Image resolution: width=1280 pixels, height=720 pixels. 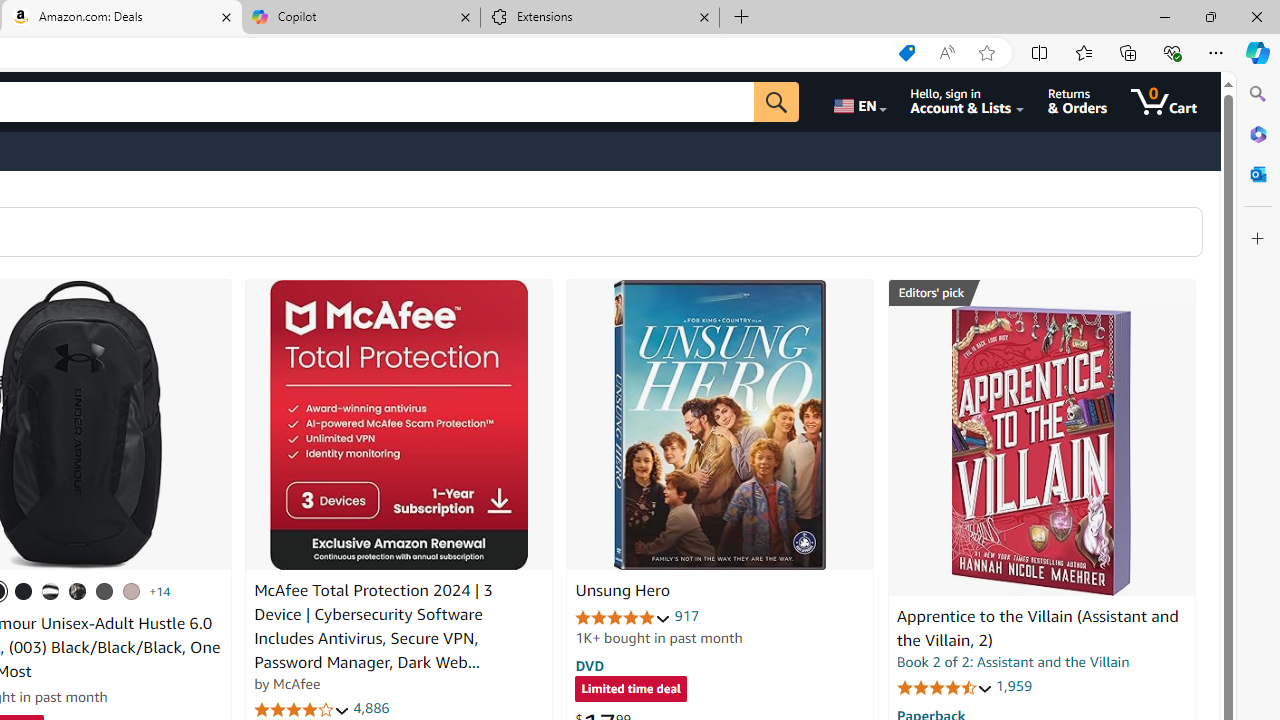 I want to click on 'Unsung Hero', so click(x=720, y=424).